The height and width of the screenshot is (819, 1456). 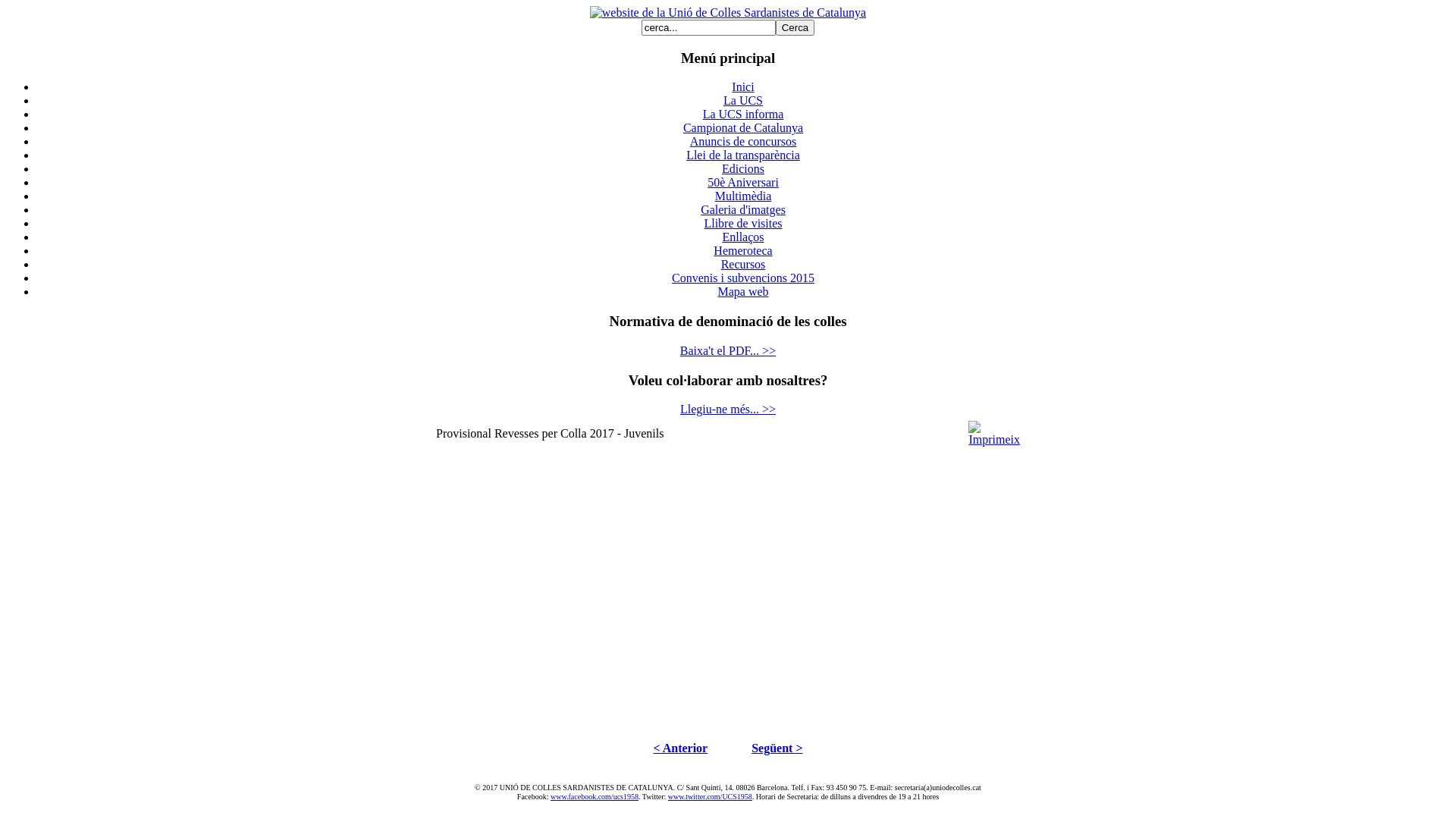 I want to click on 'Imprimeix', so click(x=993, y=439).